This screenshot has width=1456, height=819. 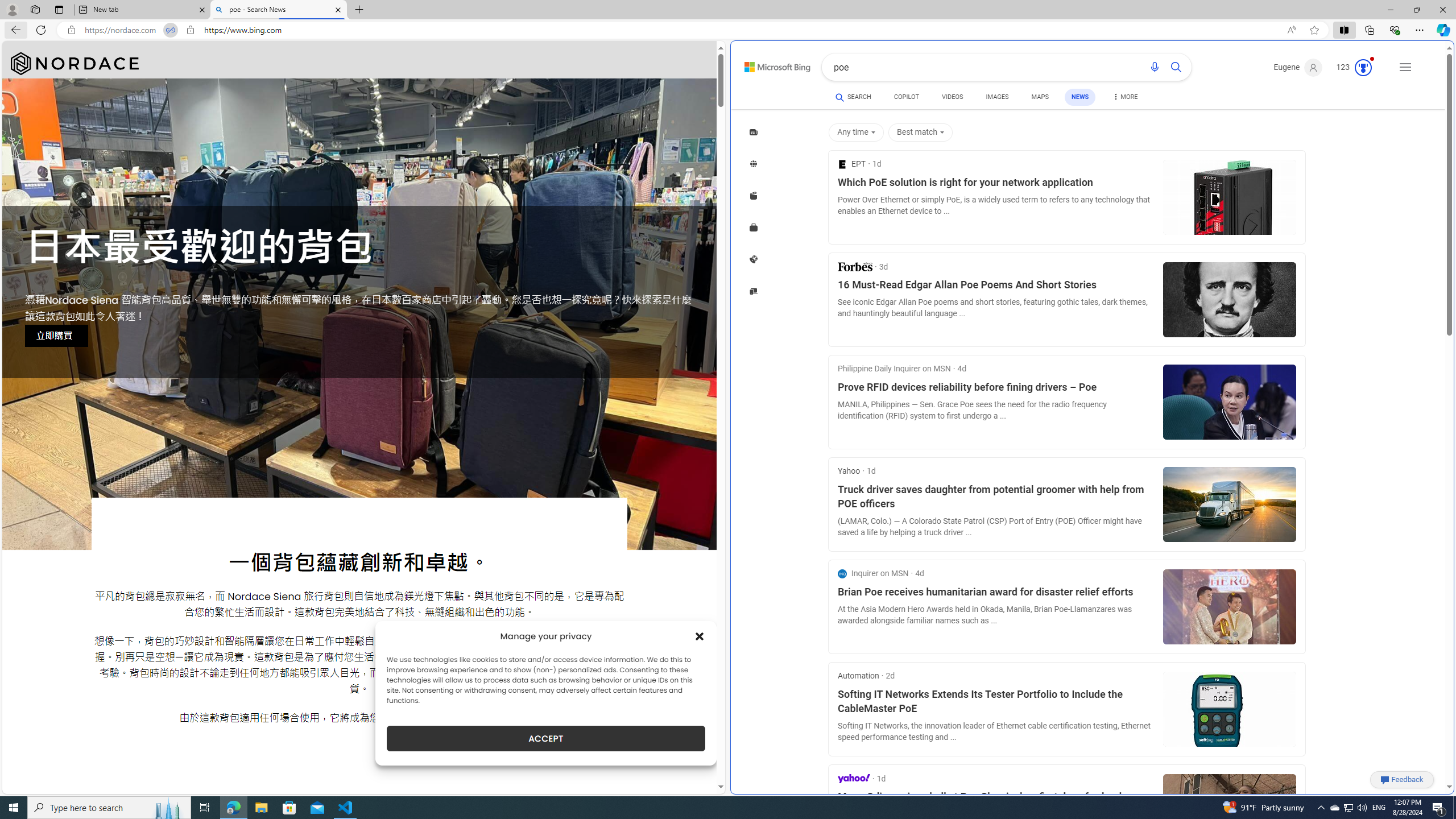 I want to click on 'Eugene', so click(x=1298, y=67).